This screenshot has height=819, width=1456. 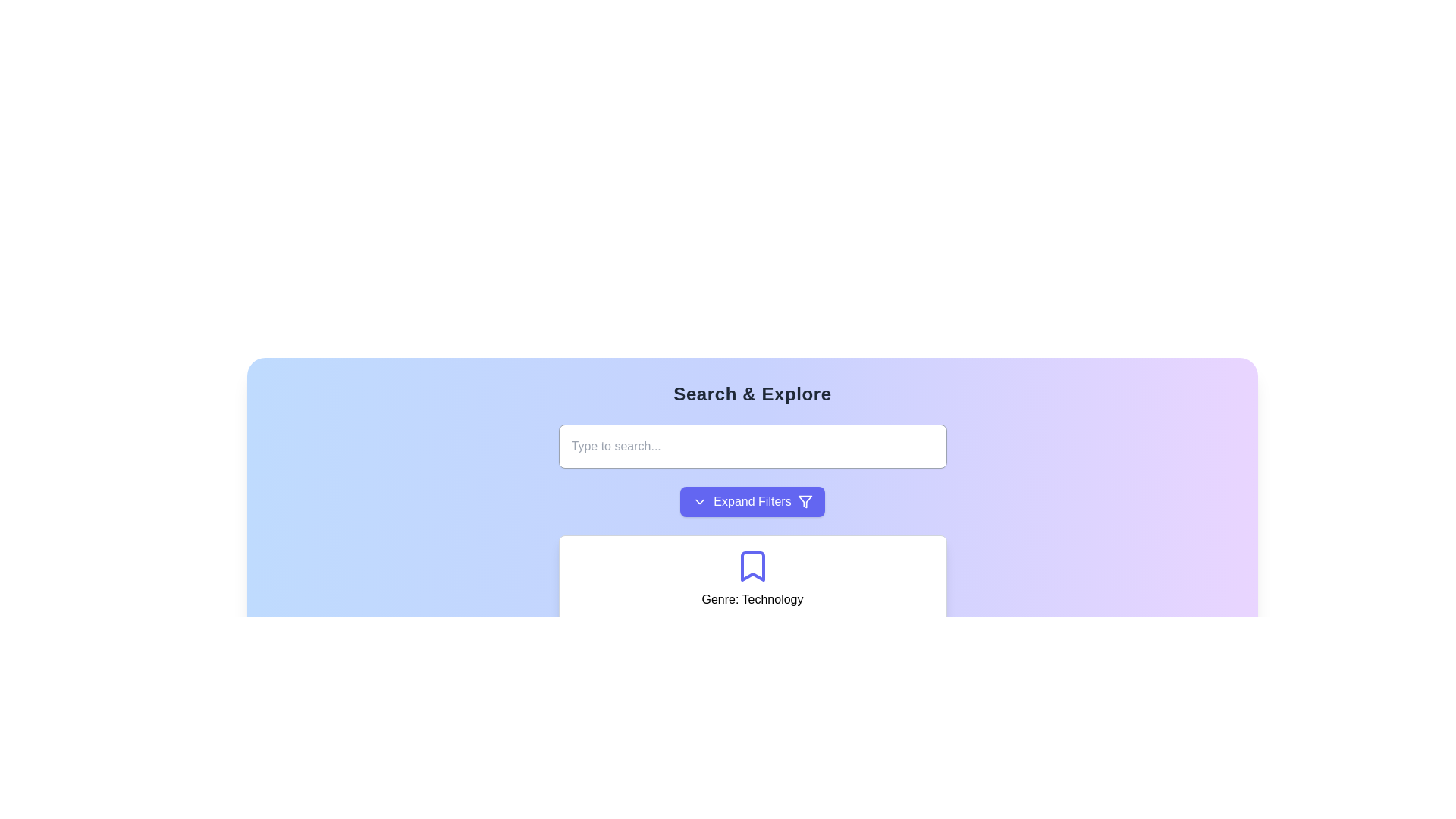 What do you see at coordinates (752, 598) in the screenshot?
I see `text label that displays 'Genre: Technology', which is located near the center horizontally and in the upper region of the main content area` at bounding box center [752, 598].